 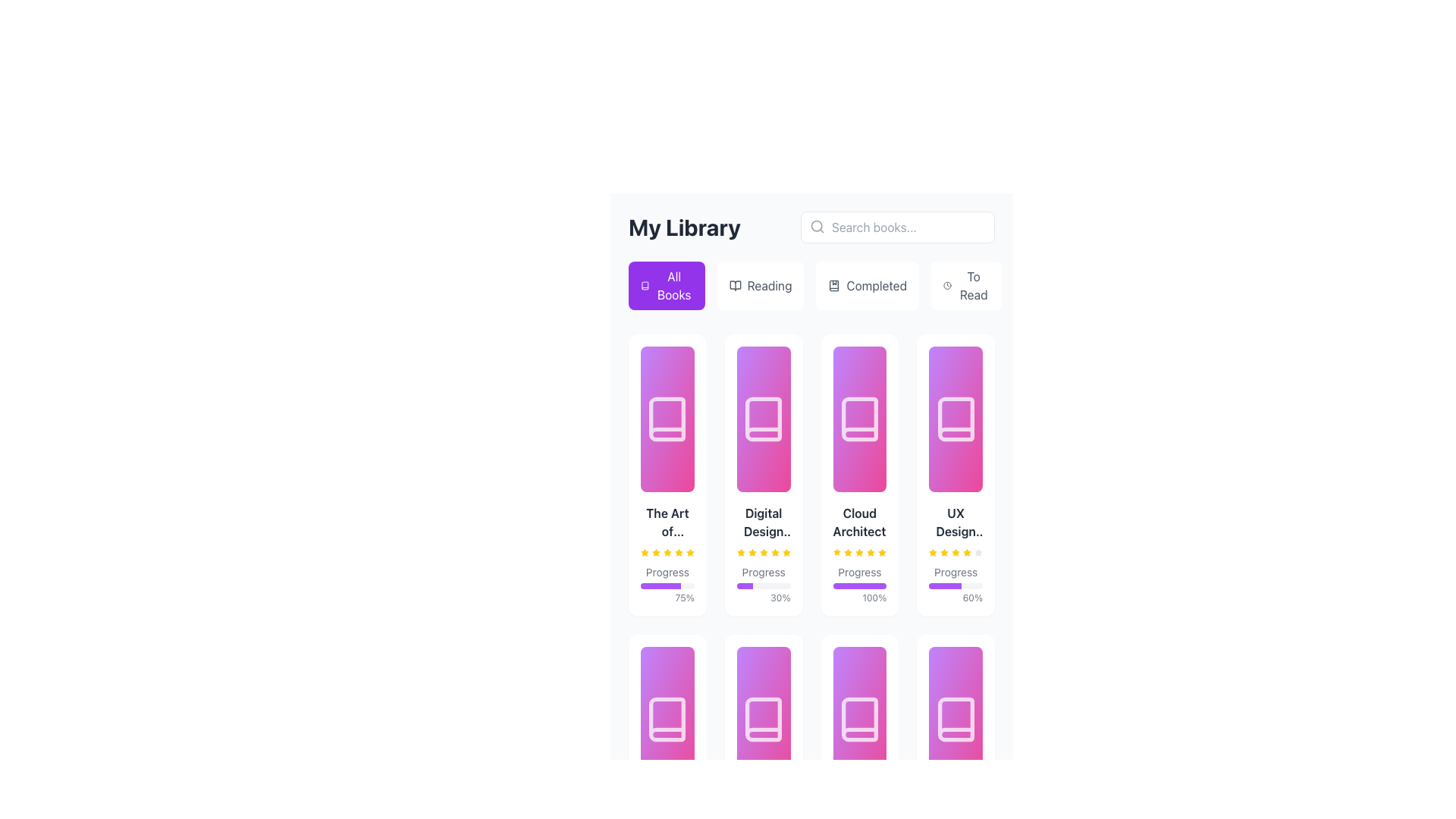 I want to click on the progress bar that visually represents a task's completion percentage, located beneath the 'Progress' label and above the '75%' text, so click(x=667, y=585).